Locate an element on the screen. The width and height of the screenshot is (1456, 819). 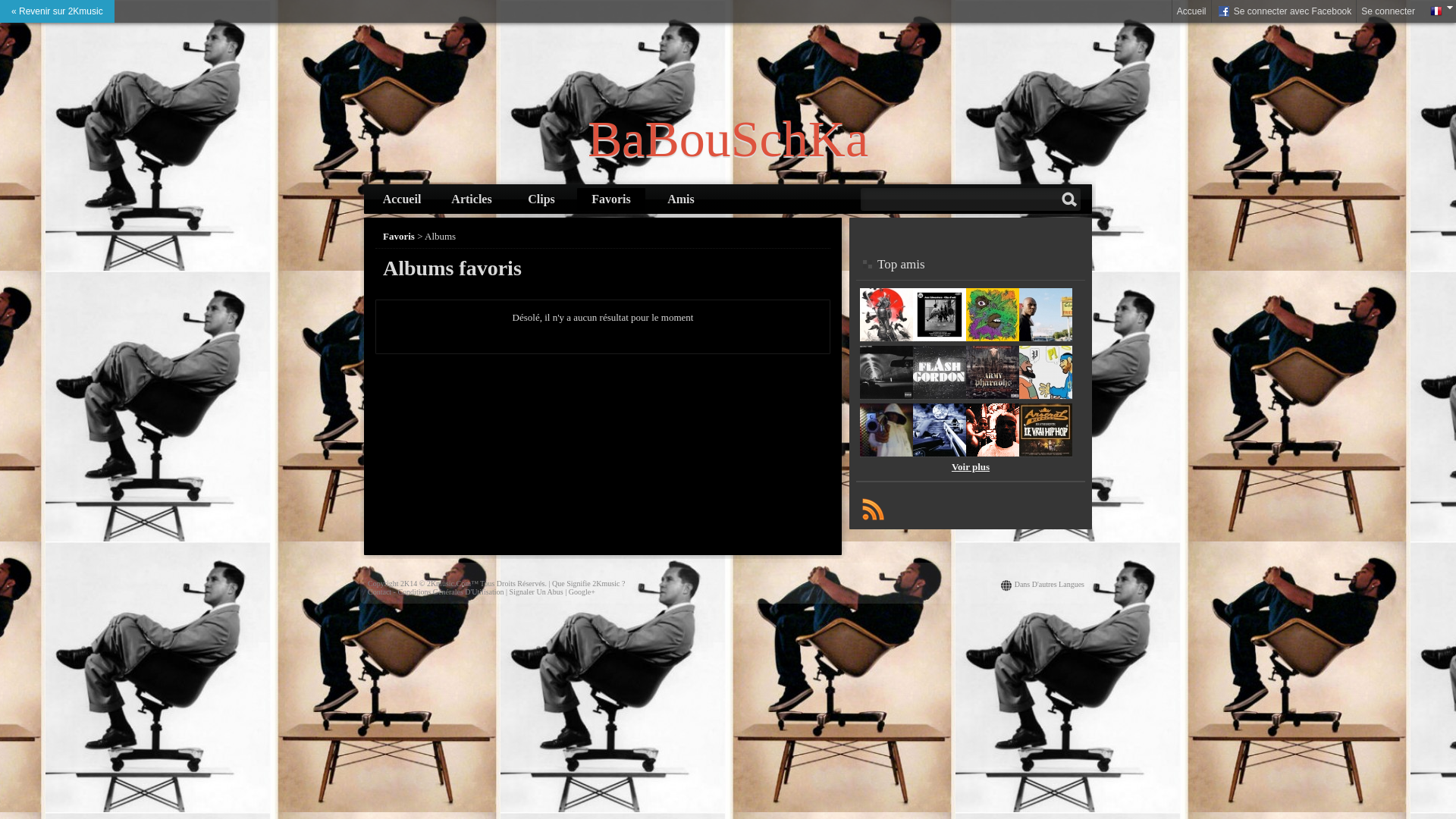
'BaBouSchKa' is located at coordinates (728, 139).